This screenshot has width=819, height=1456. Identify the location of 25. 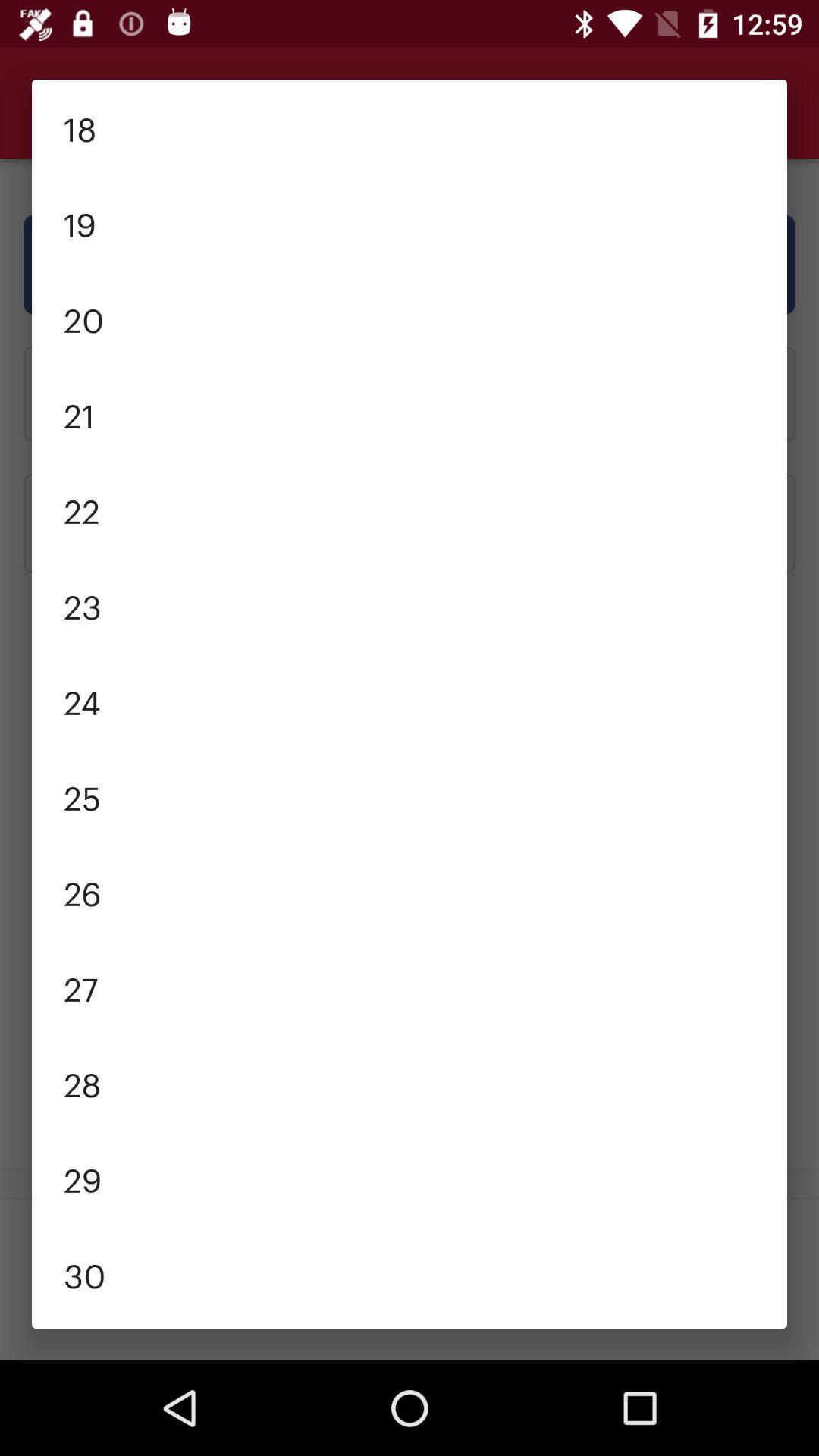
(409, 795).